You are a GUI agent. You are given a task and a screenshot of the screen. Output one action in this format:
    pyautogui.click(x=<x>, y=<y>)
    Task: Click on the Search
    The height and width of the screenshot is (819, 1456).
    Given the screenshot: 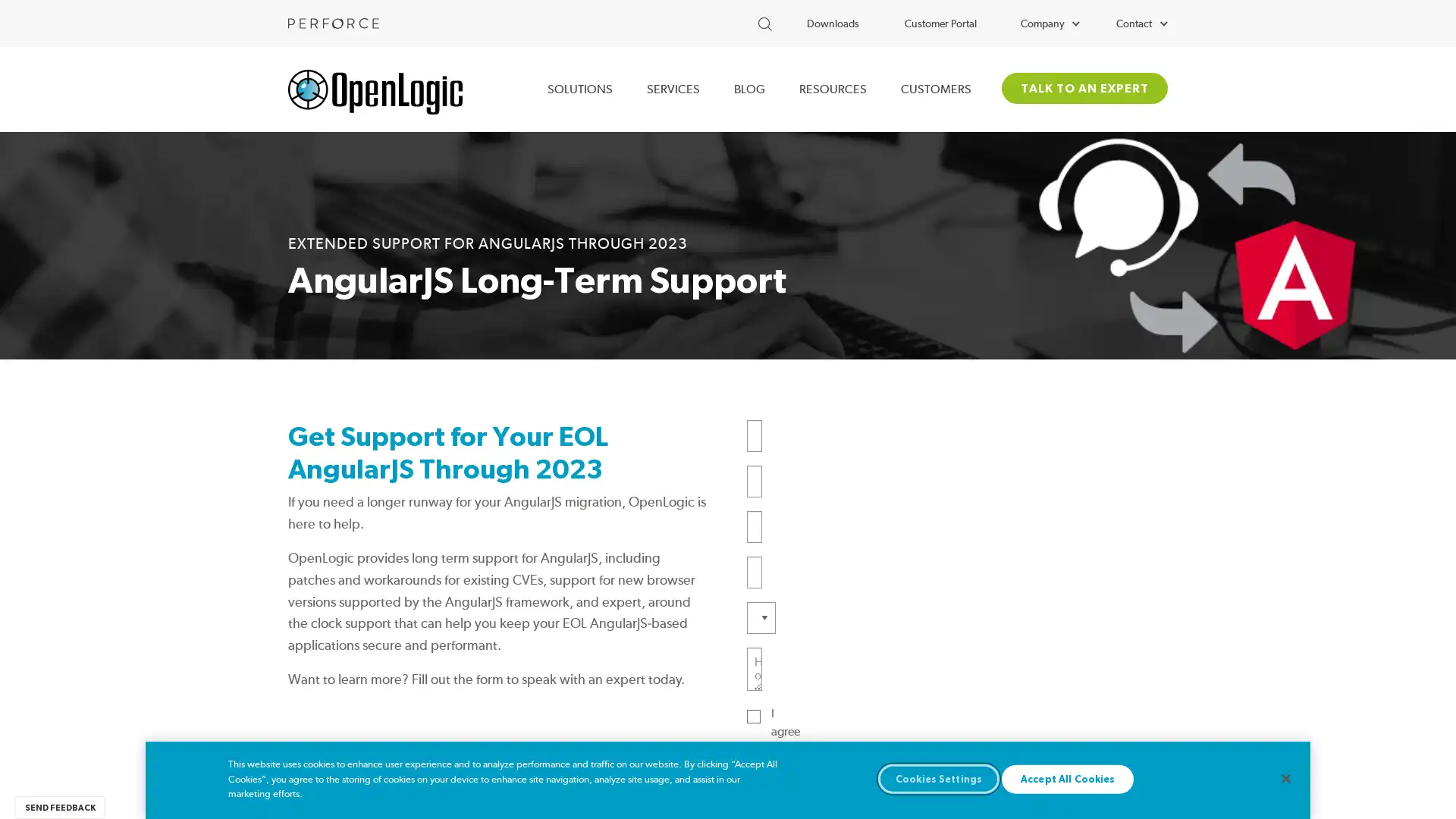 What is the action you would take?
    pyautogui.click(x=803, y=20)
    